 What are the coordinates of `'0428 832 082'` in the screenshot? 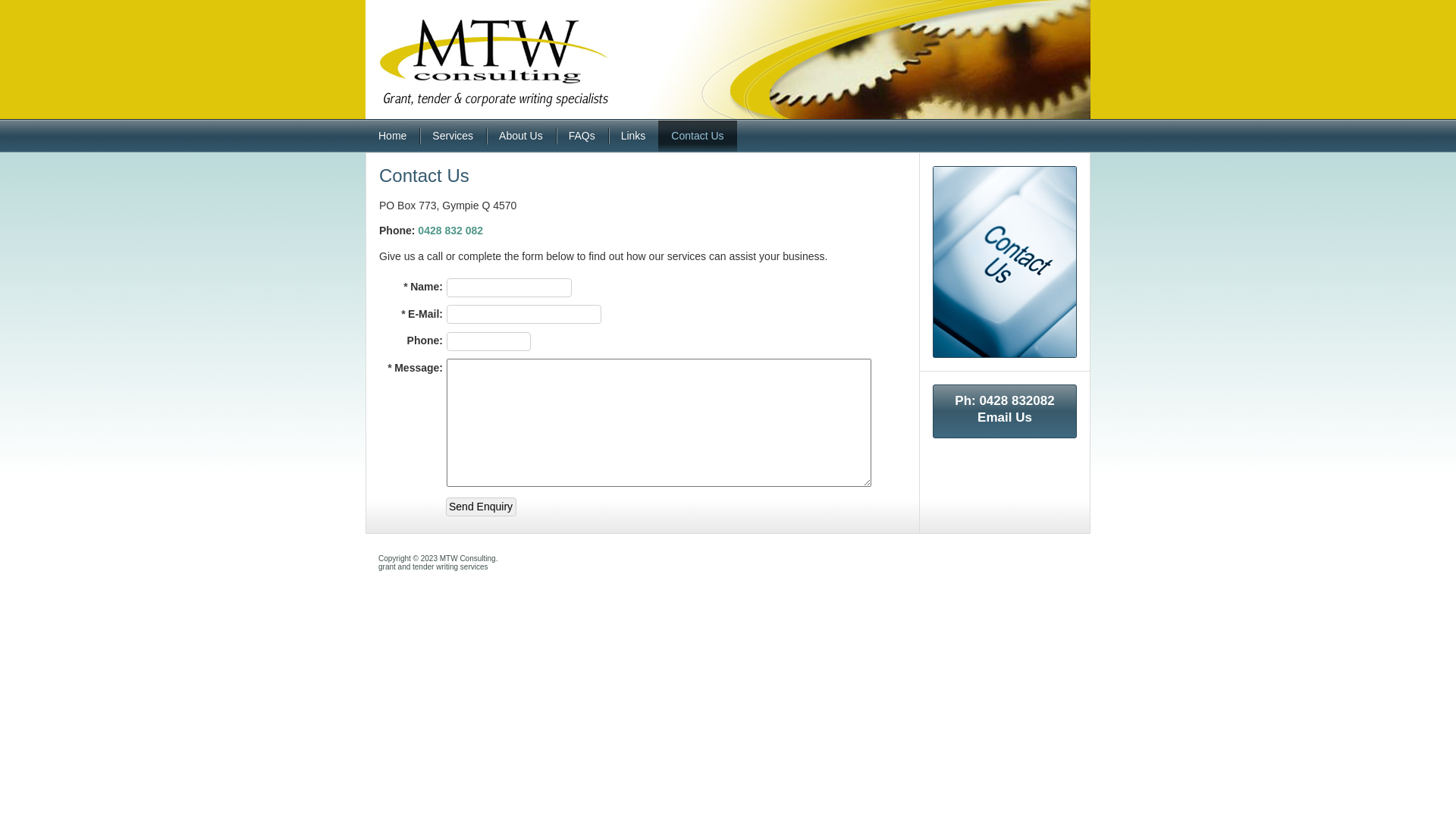 It's located at (450, 231).